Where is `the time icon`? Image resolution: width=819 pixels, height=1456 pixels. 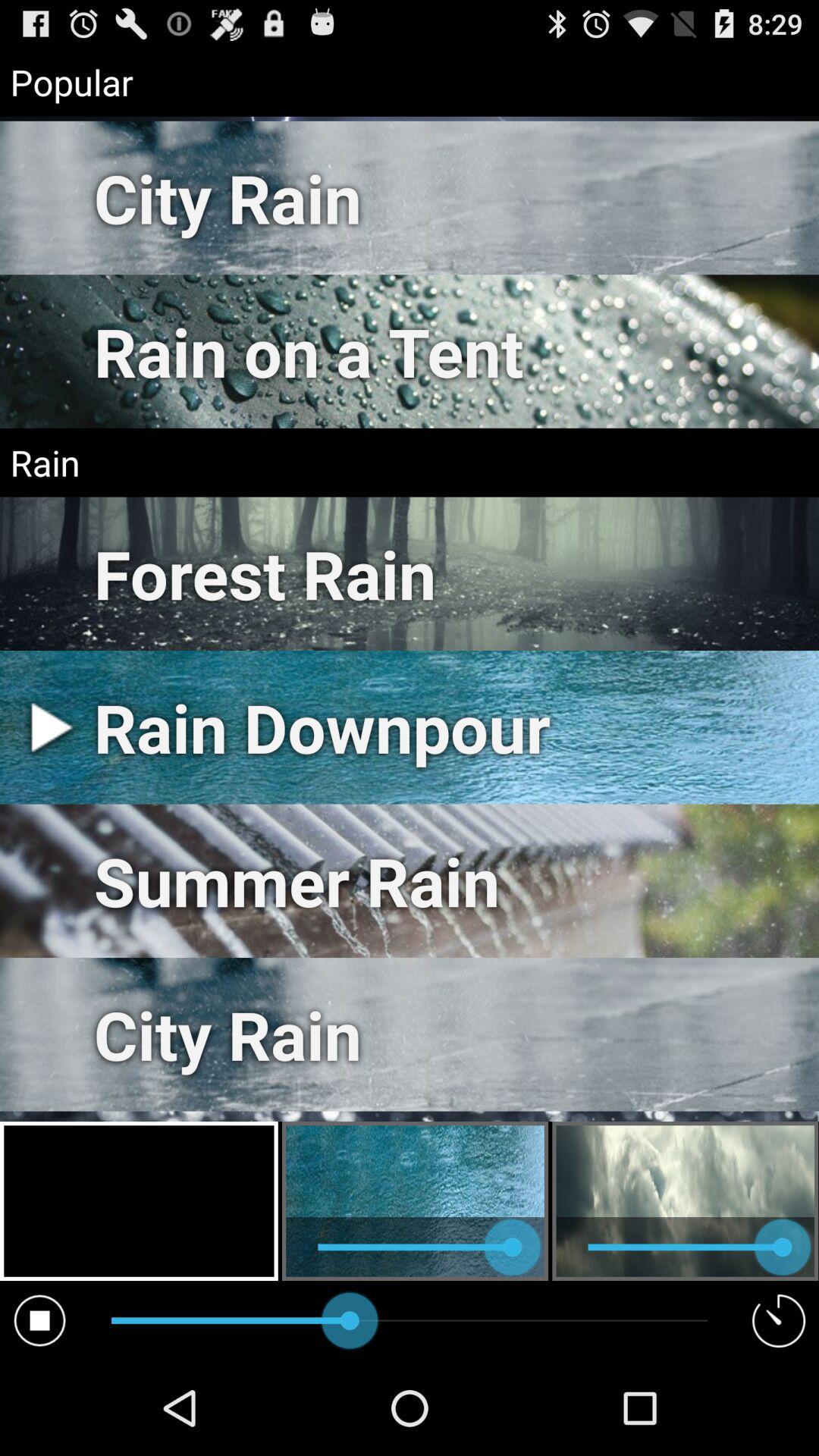 the time icon is located at coordinates (779, 1412).